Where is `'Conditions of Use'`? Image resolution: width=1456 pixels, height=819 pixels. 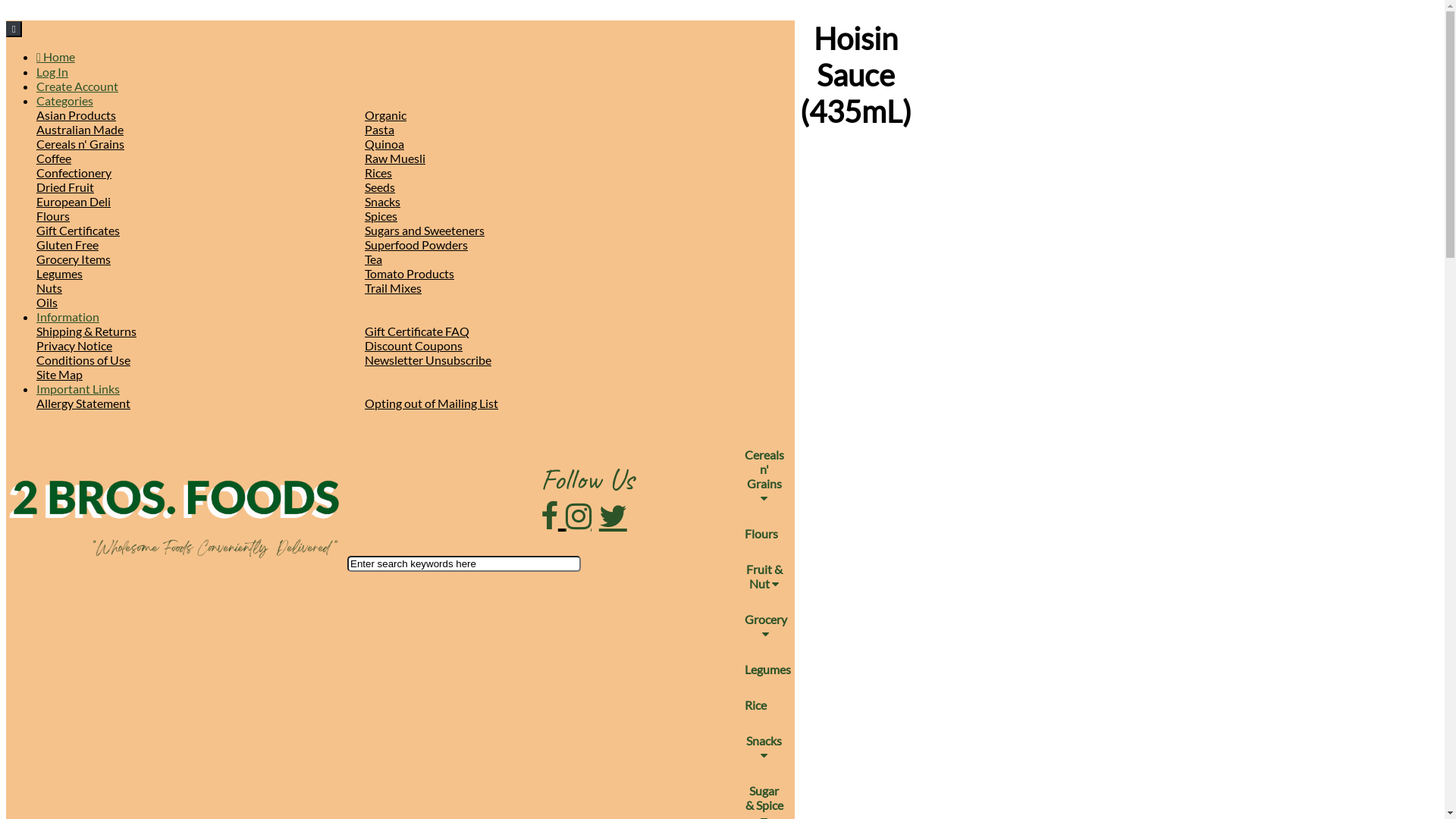
'Conditions of Use' is located at coordinates (83, 359).